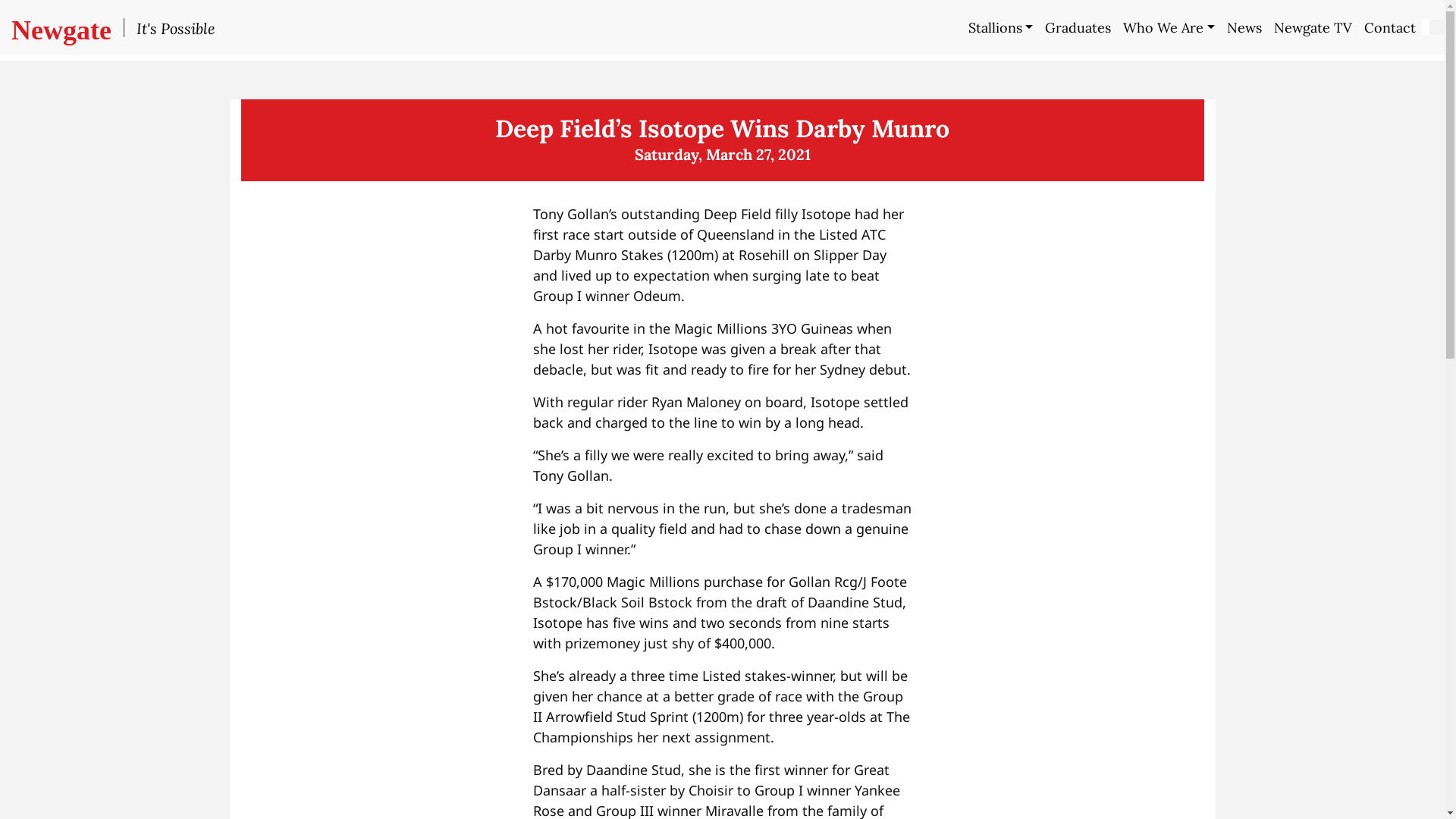 This screenshot has height=819, width=1456. Describe the element at coordinates (961, 27) in the screenshot. I see `'Stallions'` at that location.